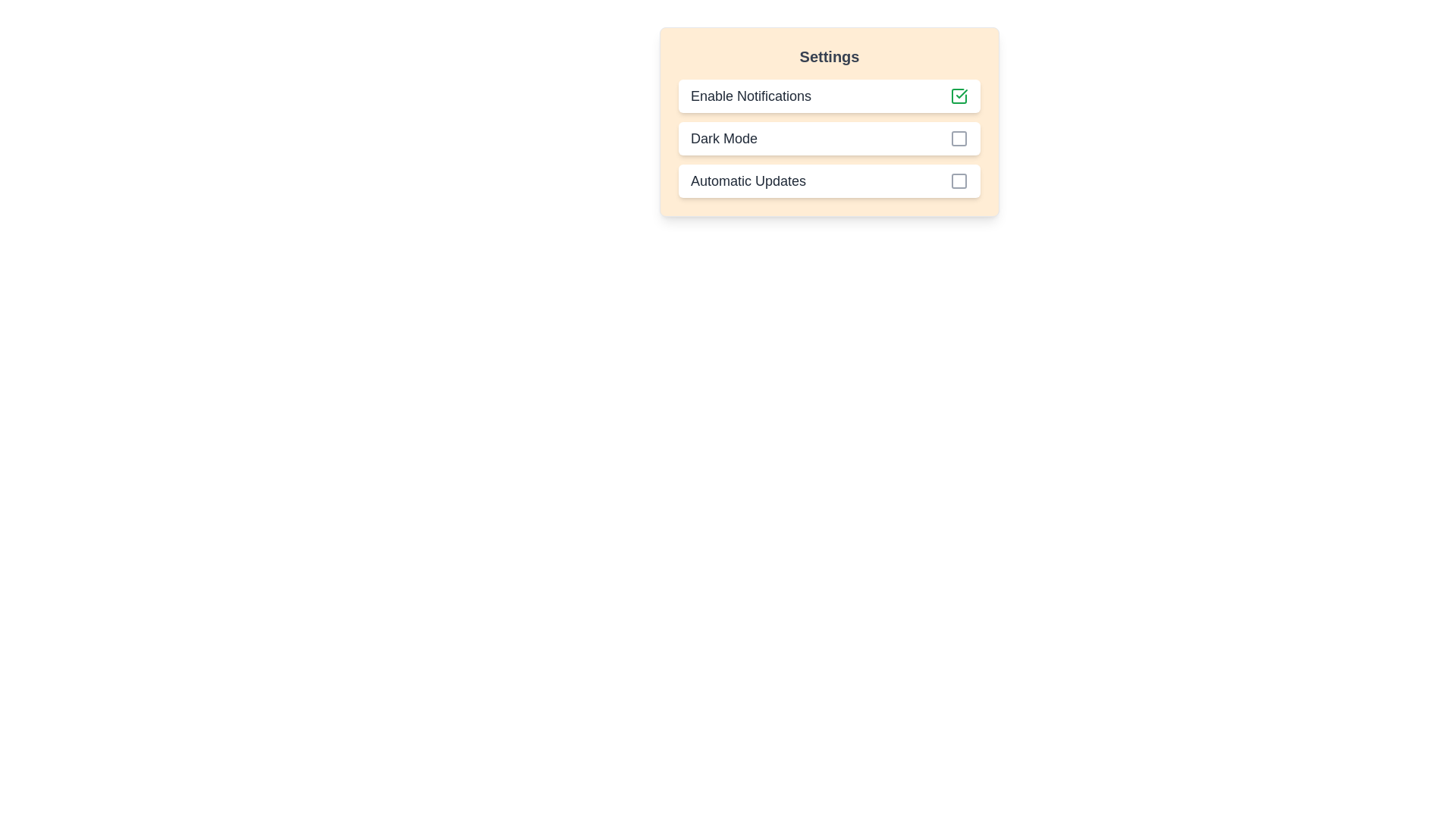 The width and height of the screenshot is (1456, 819). Describe the element at coordinates (748, 180) in the screenshot. I see `the 'Automatic Updates' text label, which is displayed in dark gray with a large font size, located in the settings options list under the header 'Settings.'` at that location.